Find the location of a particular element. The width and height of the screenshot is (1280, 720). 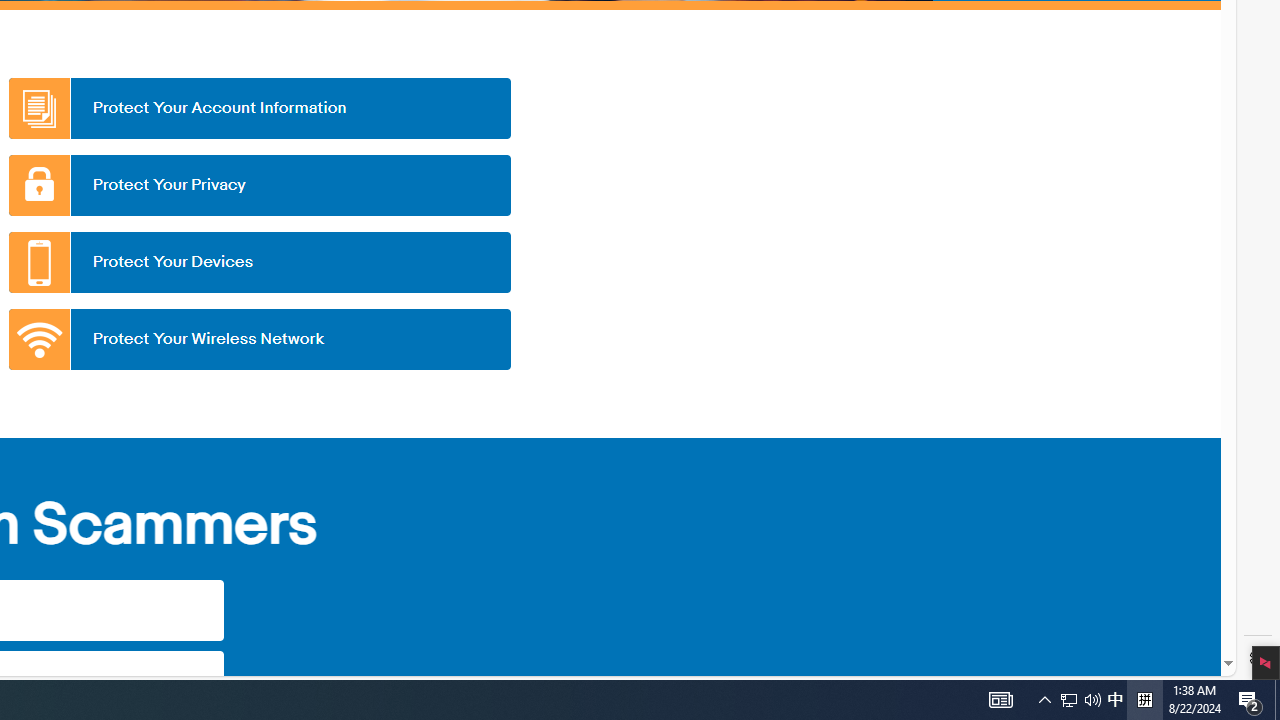

'Protect Your Wireless Network' is located at coordinates (258, 338).